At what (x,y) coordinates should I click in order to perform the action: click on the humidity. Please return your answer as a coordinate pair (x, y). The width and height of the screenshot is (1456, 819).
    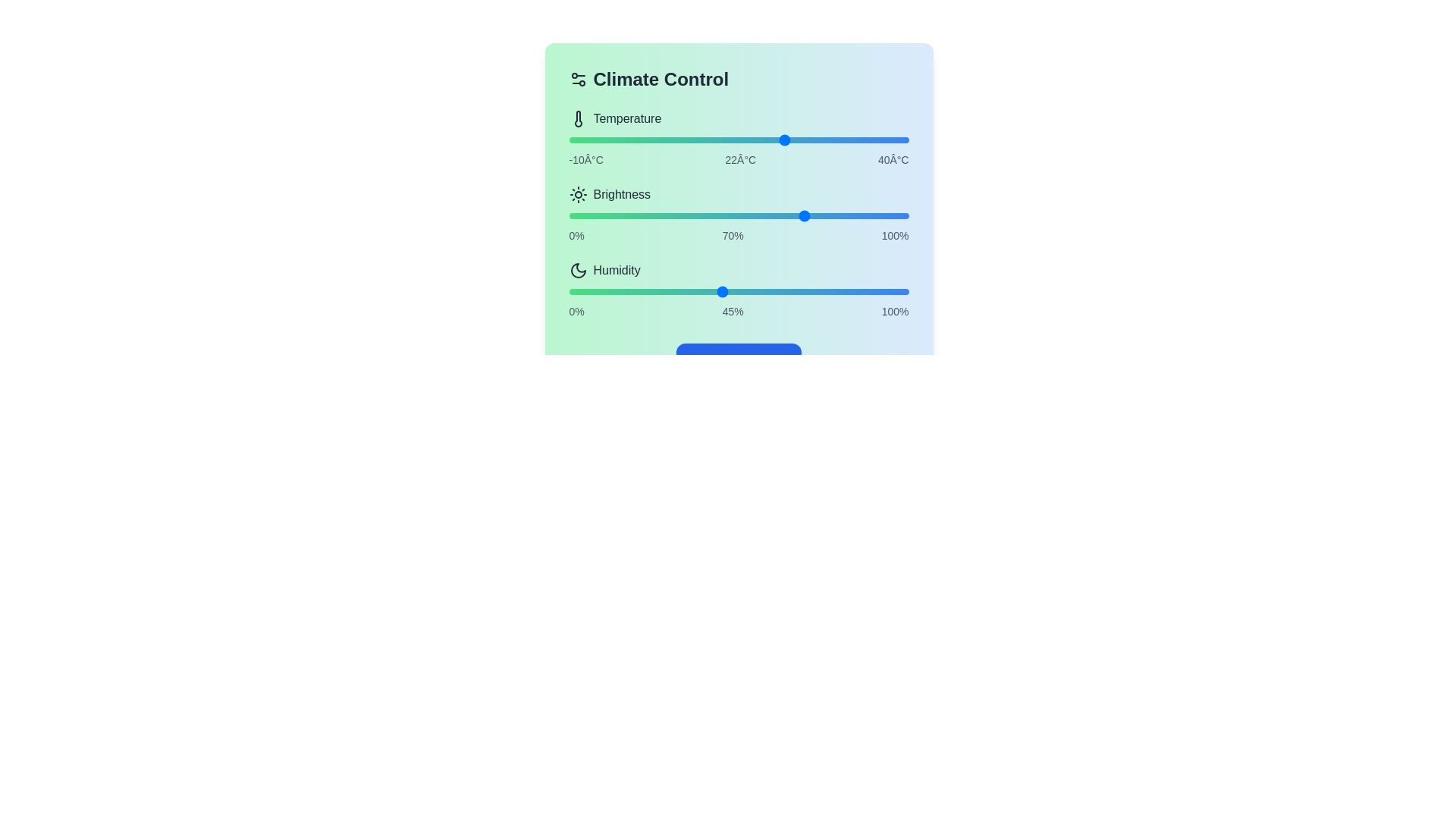
    Looking at the image, I should click on (647, 292).